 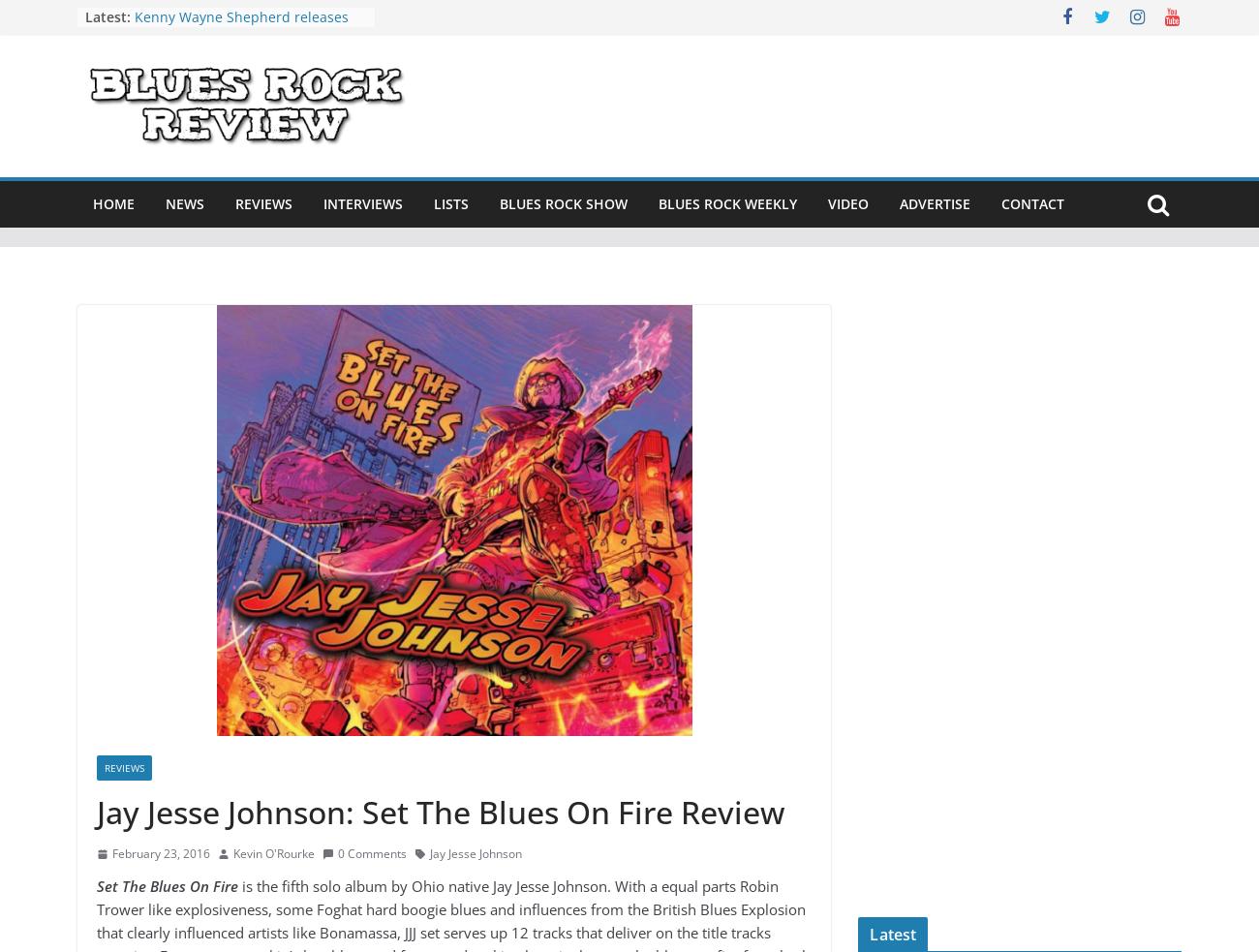 What do you see at coordinates (85, 15) in the screenshot?
I see `'Latest:'` at bounding box center [85, 15].